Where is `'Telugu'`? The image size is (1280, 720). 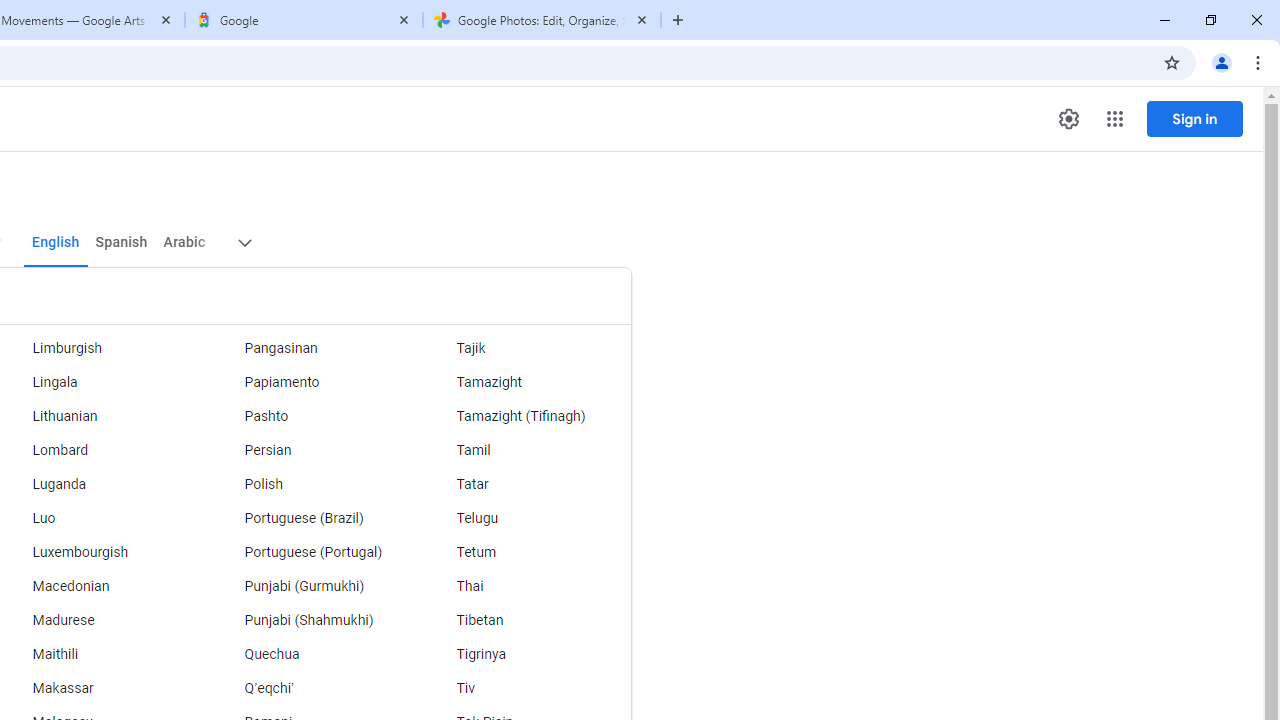
'Telugu' is located at coordinates (525, 518).